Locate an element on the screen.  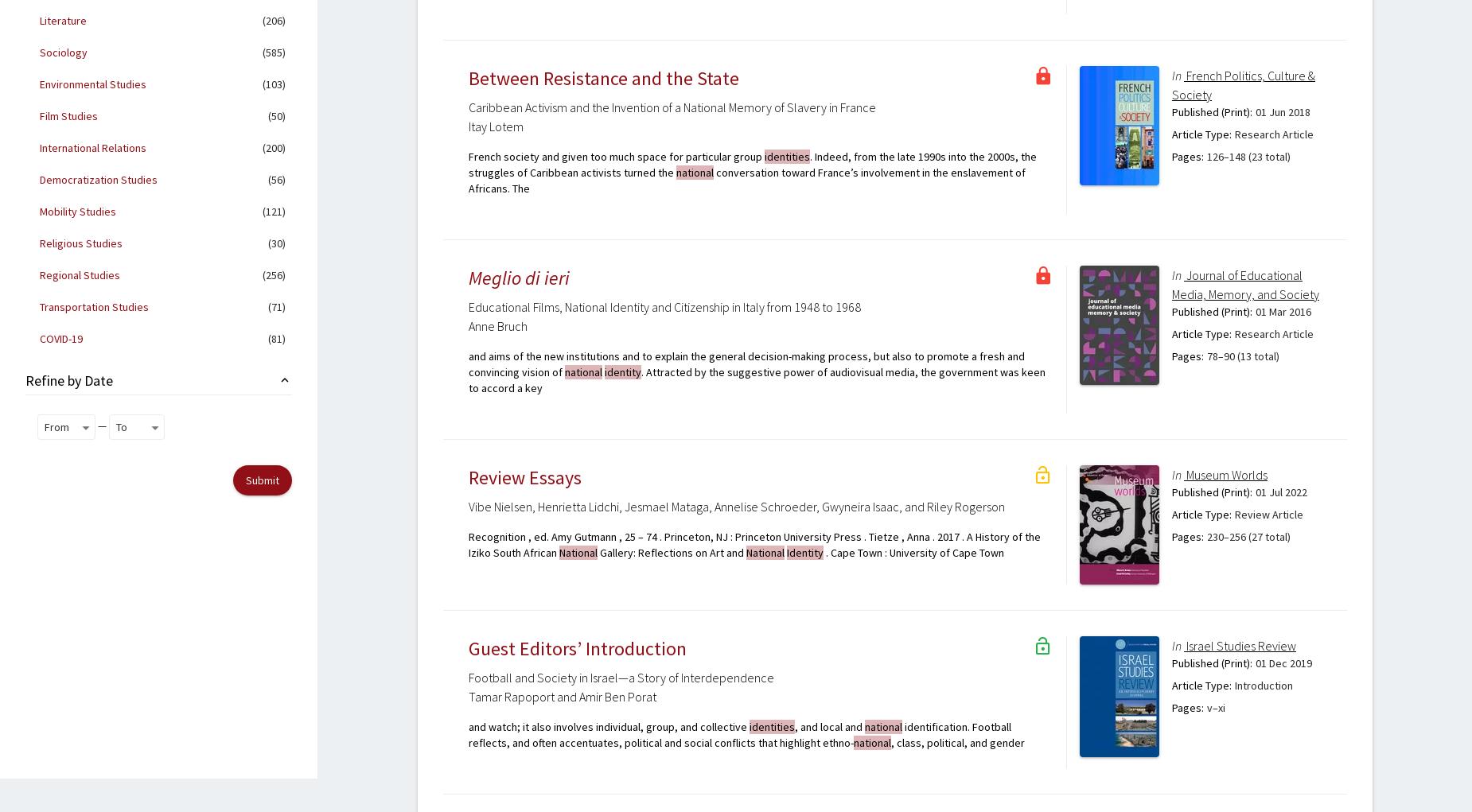
'. Attracted by the suggestive power of audiovisual media, the government was keen to accord a key' is located at coordinates (756, 379).